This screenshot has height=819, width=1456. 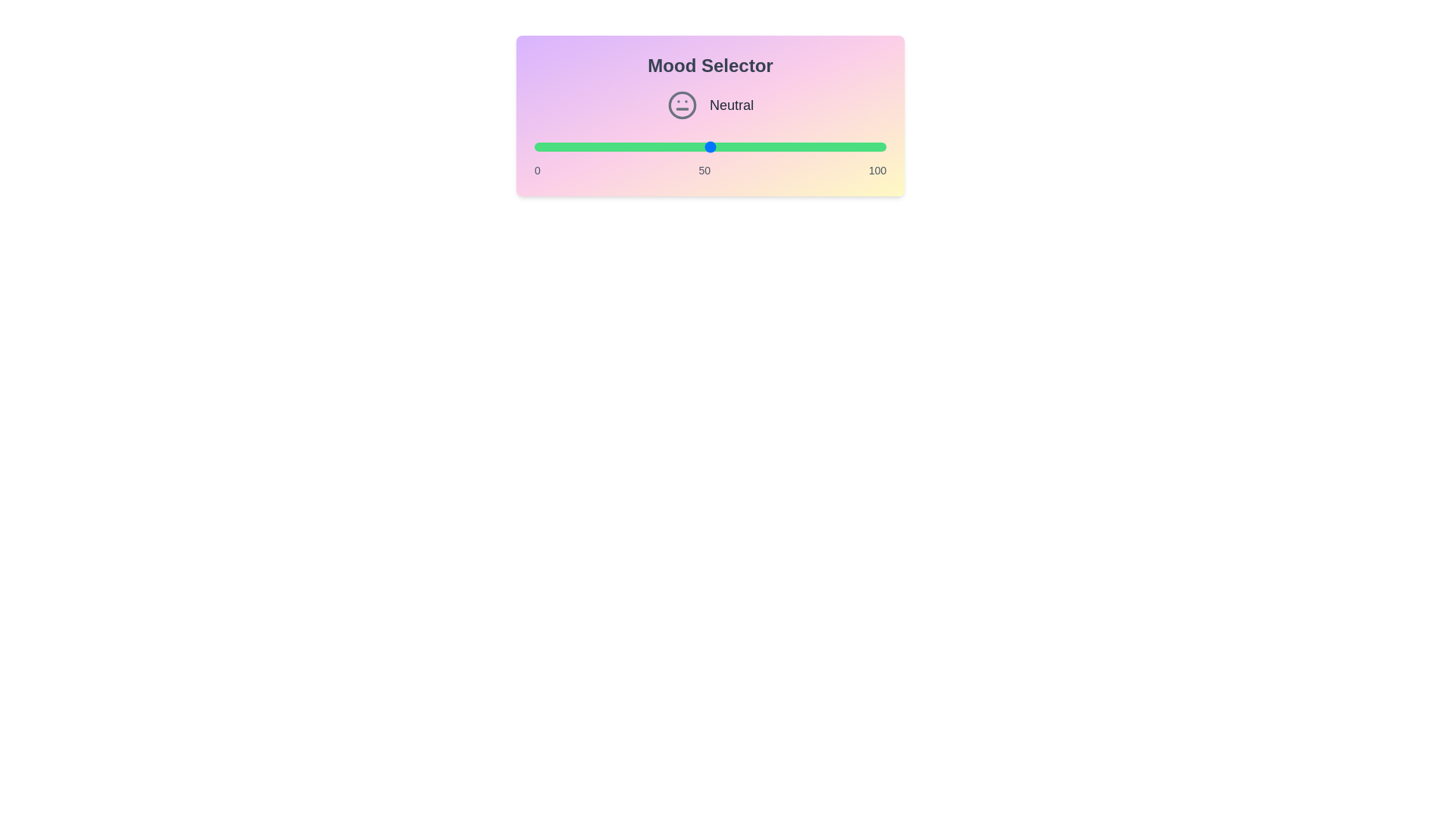 What do you see at coordinates (756, 146) in the screenshot?
I see `the slider to set the mood value to 63` at bounding box center [756, 146].